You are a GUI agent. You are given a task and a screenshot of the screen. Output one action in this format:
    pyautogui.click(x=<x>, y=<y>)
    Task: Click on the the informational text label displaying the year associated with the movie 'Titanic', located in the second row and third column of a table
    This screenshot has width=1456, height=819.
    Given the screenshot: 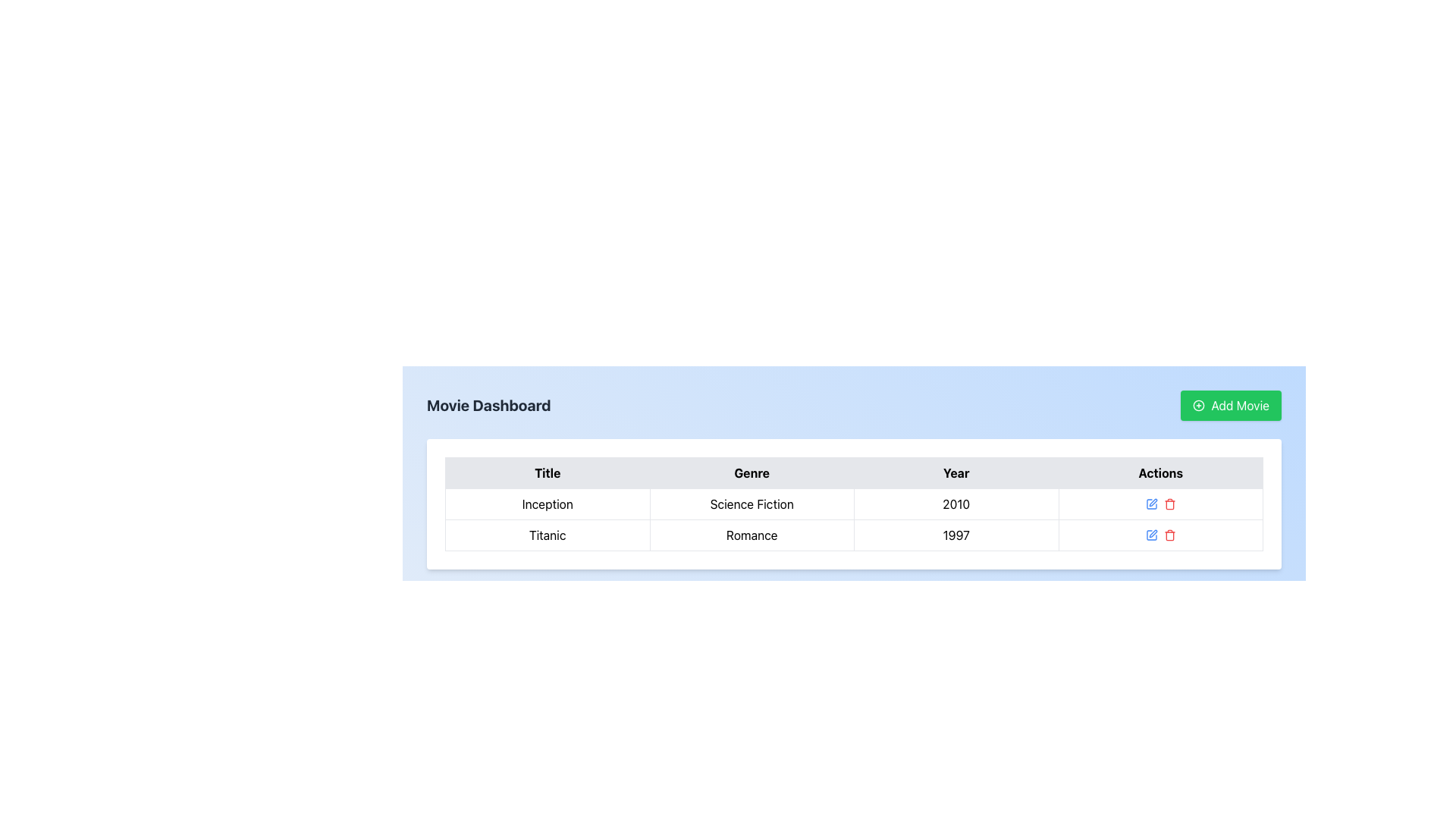 What is the action you would take?
    pyautogui.click(x=955, y=534)
    